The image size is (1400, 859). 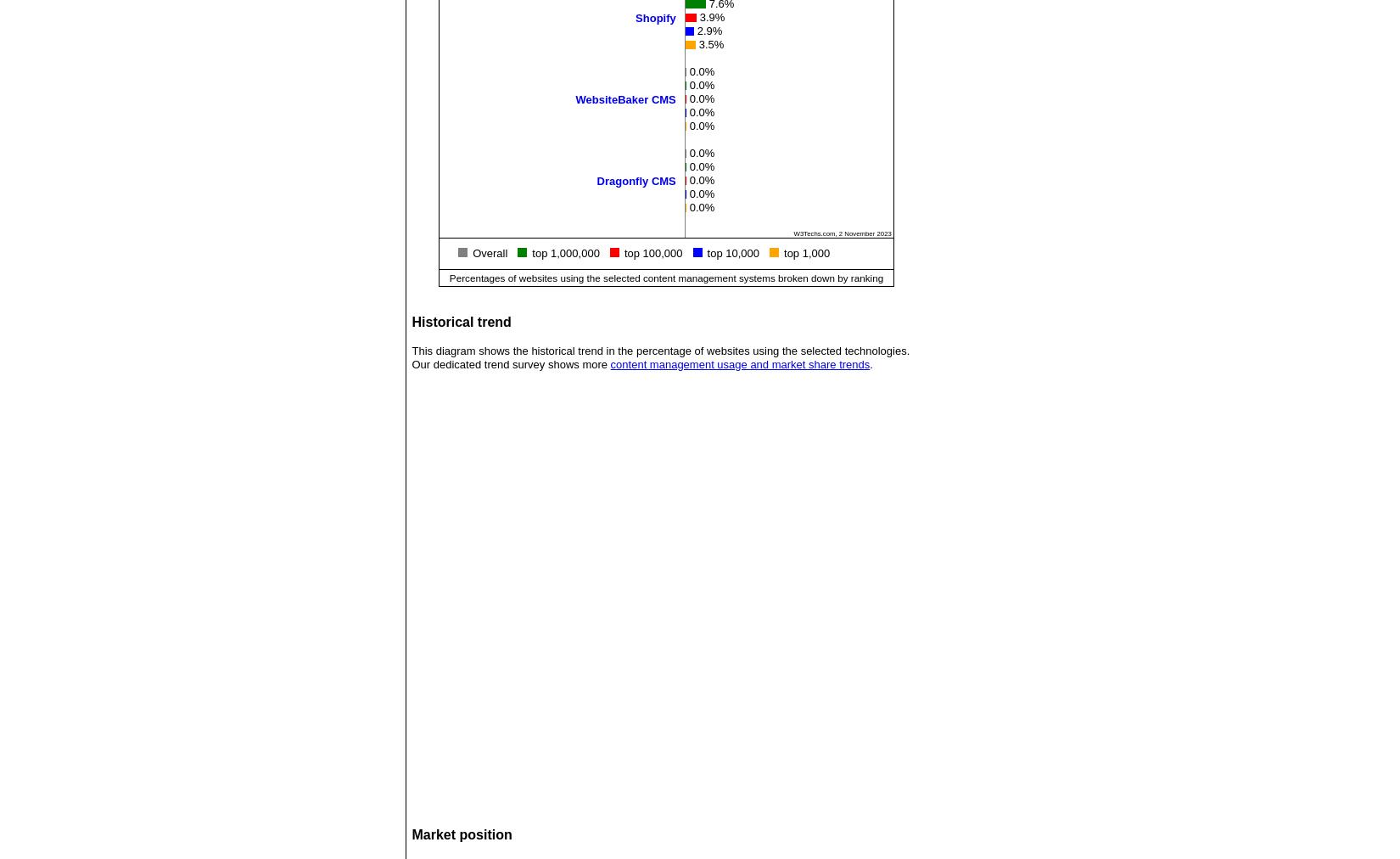 I want to click on '.', so click(x=871, y=364).